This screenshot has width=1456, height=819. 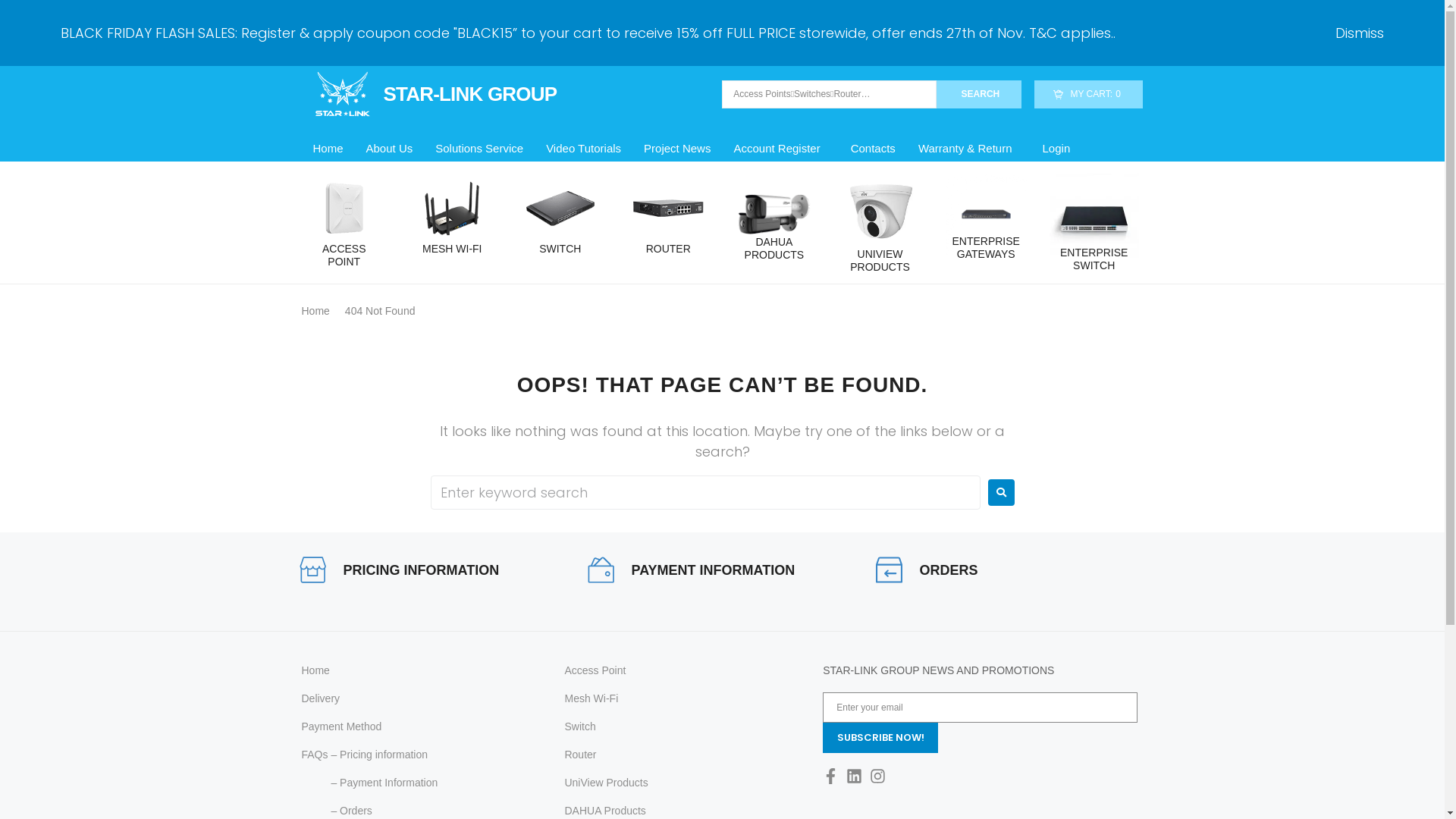 I want to click on 'Project News', so click(x=676, y=149).